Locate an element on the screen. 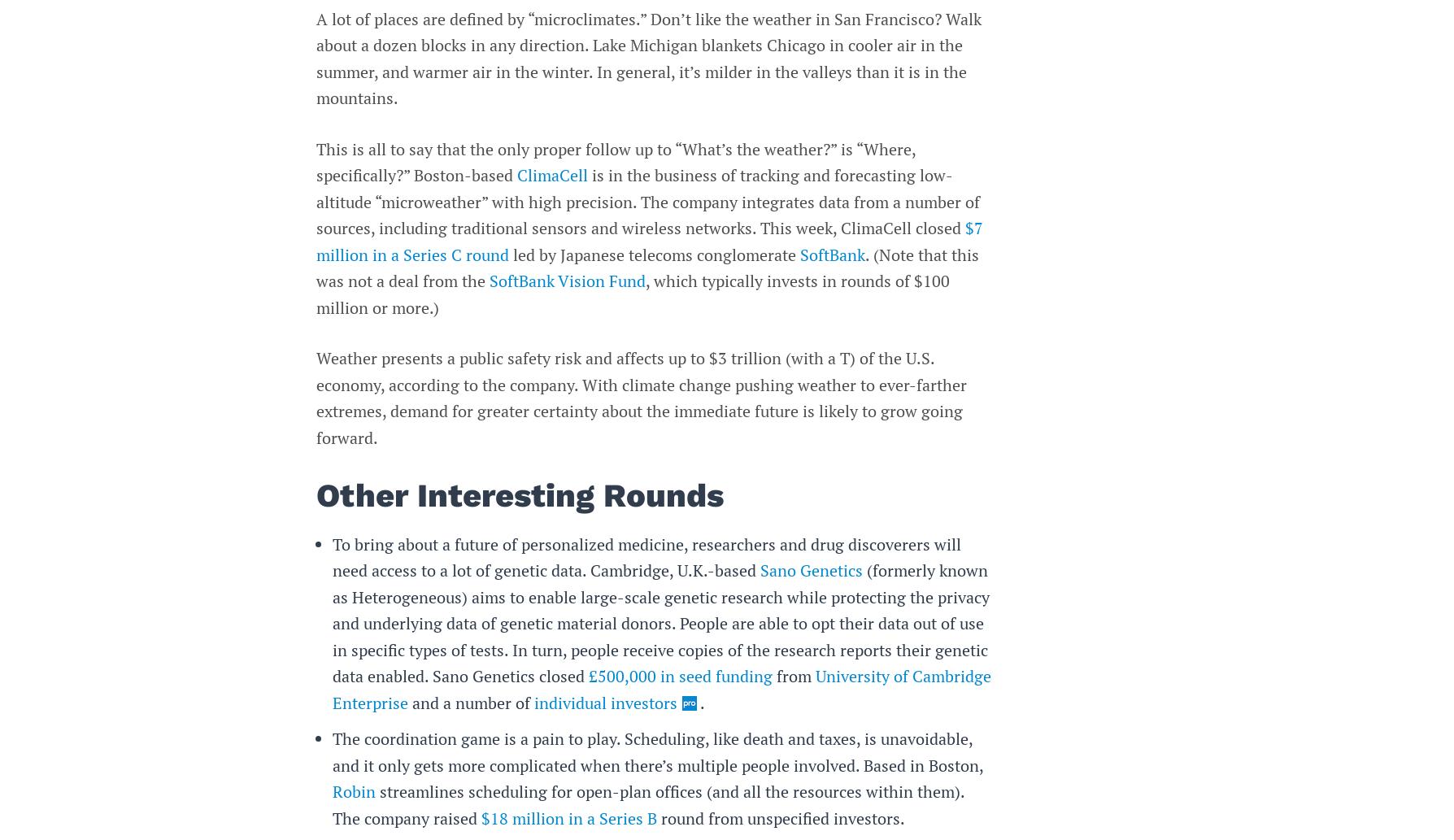 The image size is (1454, 840). 'Other Interesting Rounds' is located at coordinates (520, 494).